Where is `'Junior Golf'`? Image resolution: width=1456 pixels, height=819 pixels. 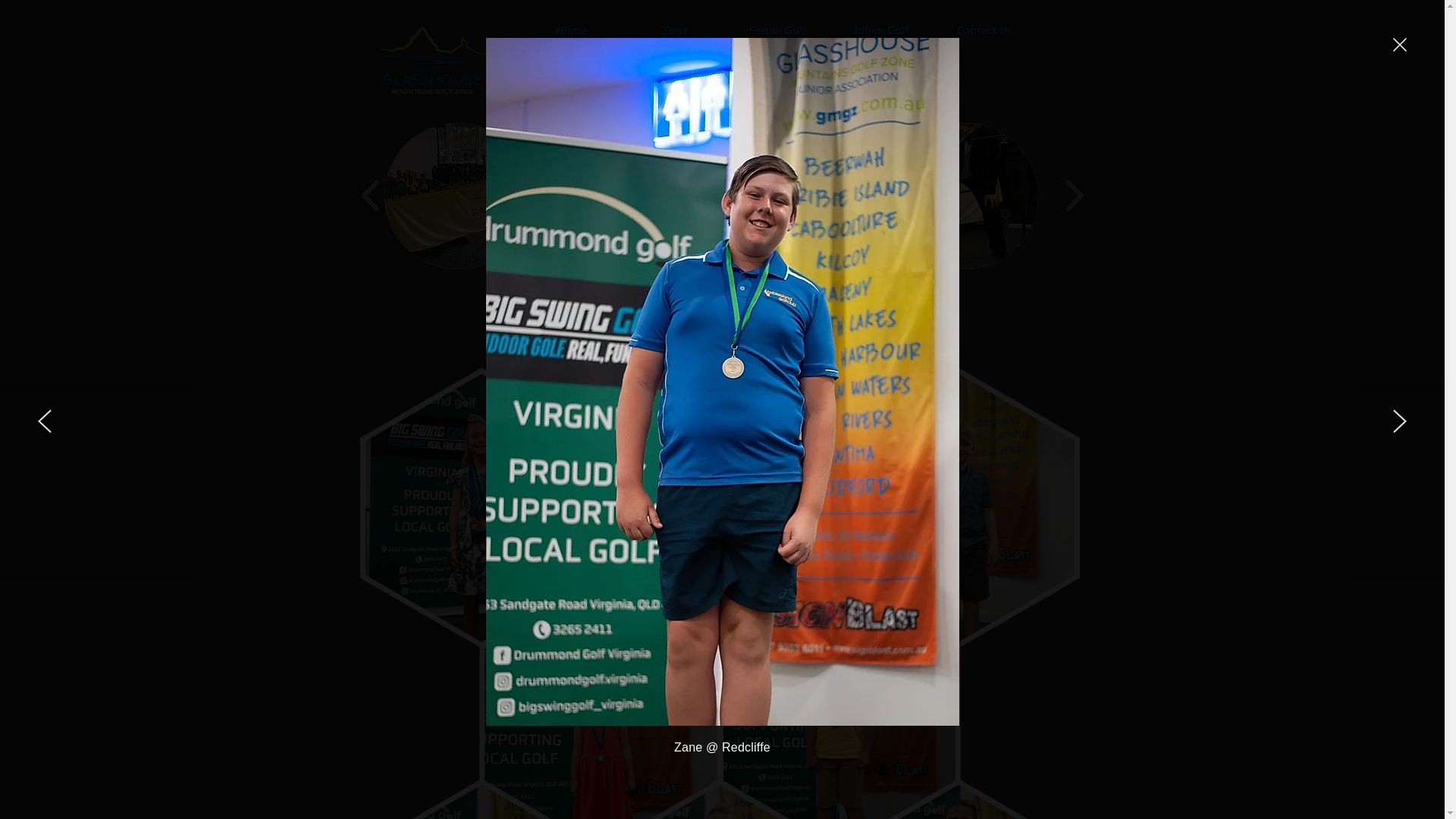 'Junior Golf' is located at coordinates (829, 29).